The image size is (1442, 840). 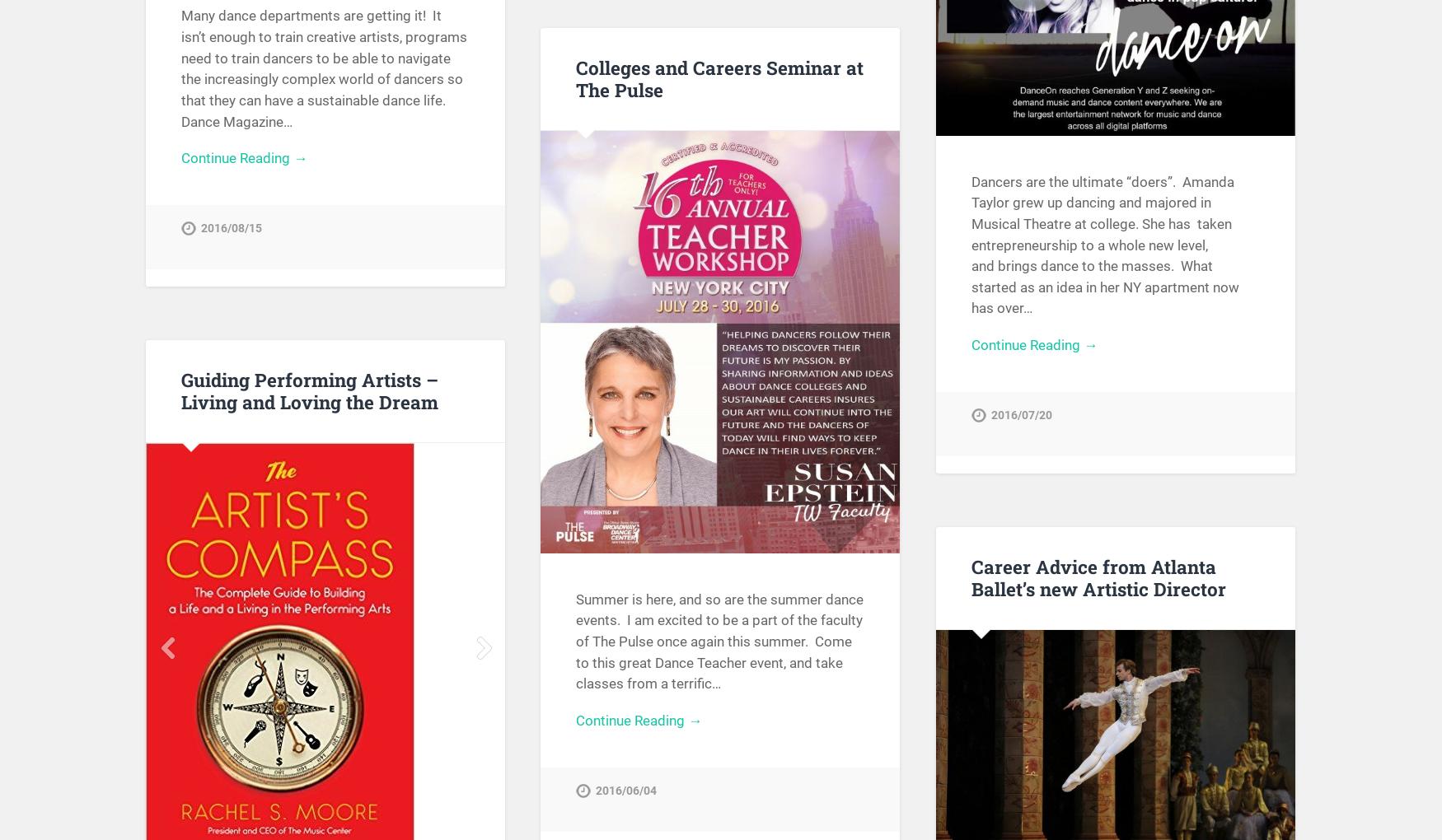 What do you see at coordinates (231, 227) in the screenshot?
I see `'2016/08/15'` at bounding box center [231, 227].